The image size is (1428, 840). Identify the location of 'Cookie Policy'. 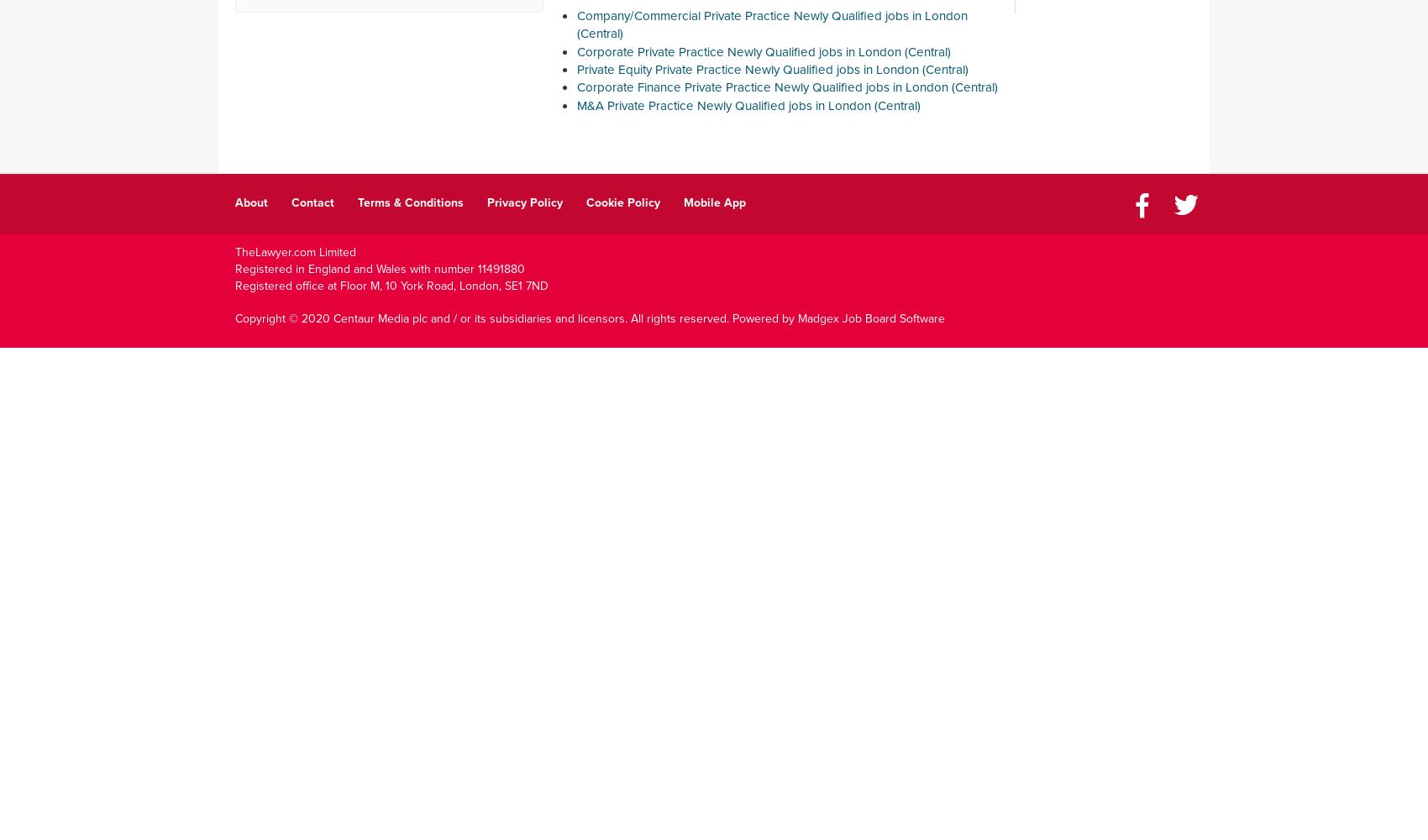
(623, 201).